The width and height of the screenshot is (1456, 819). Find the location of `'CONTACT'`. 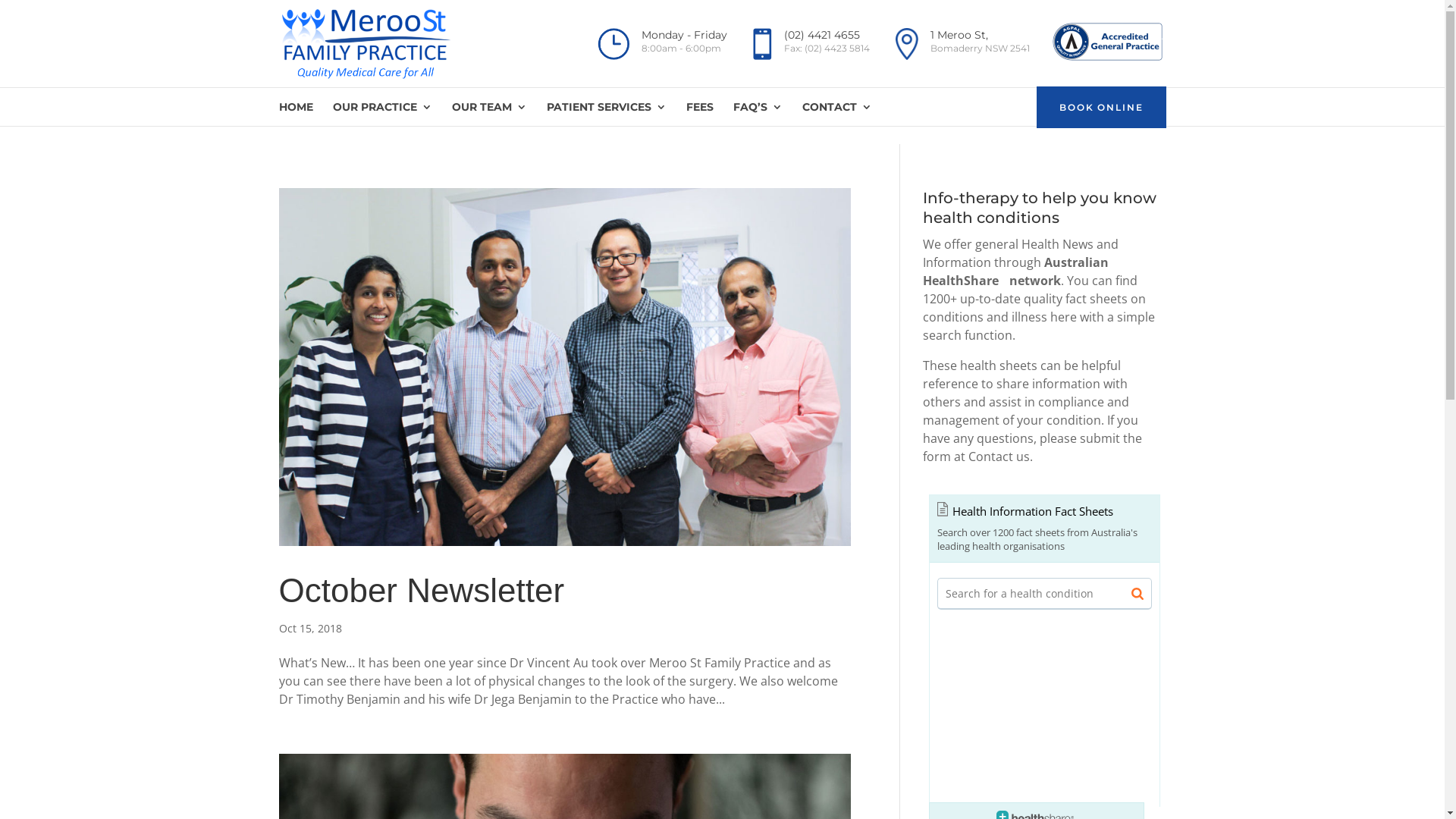

'CONTACT' is located at coordinates (836, 113).